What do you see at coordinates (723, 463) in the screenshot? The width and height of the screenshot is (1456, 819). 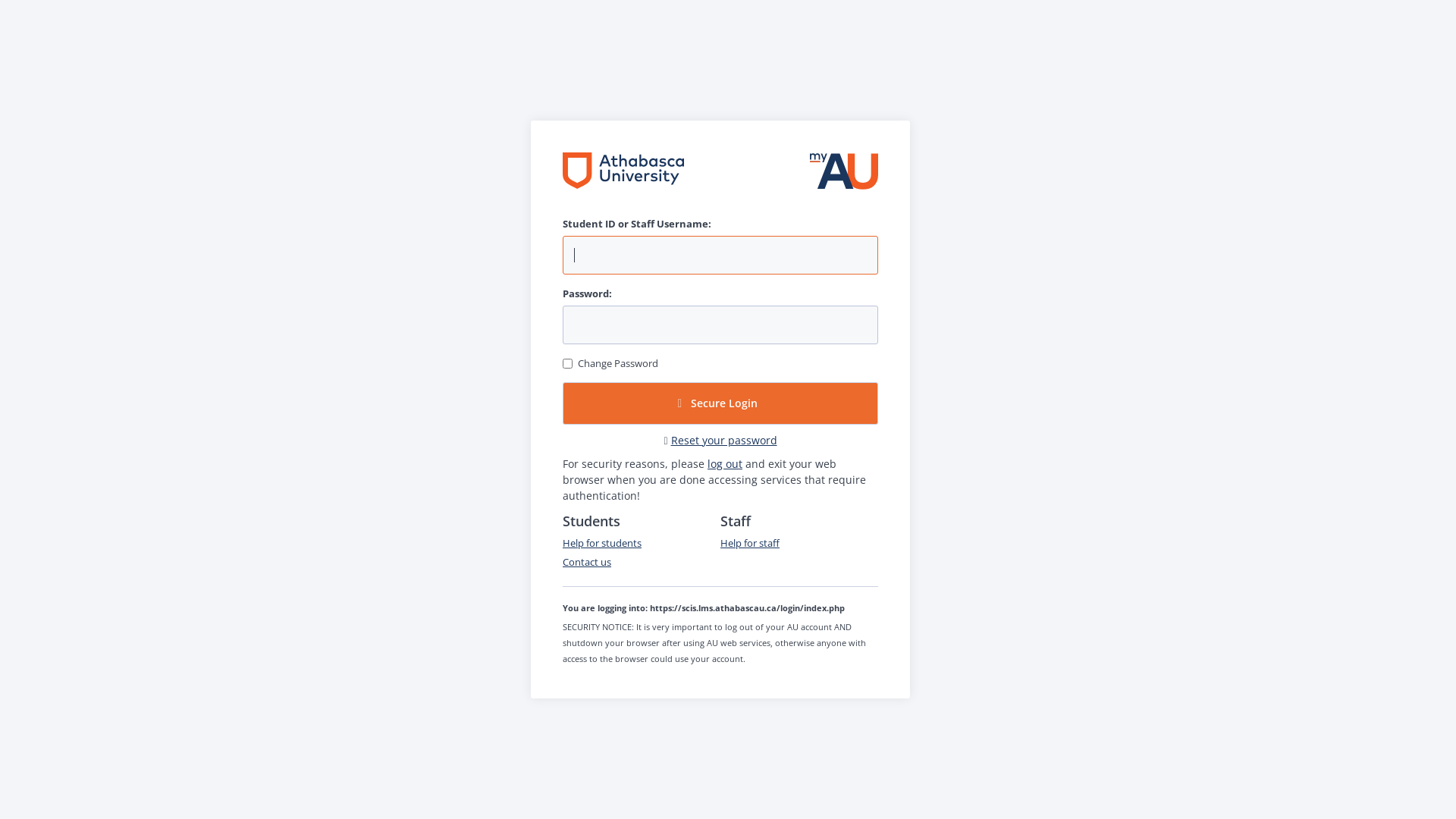 I see `'log out'` at bounding box center [723, 463].